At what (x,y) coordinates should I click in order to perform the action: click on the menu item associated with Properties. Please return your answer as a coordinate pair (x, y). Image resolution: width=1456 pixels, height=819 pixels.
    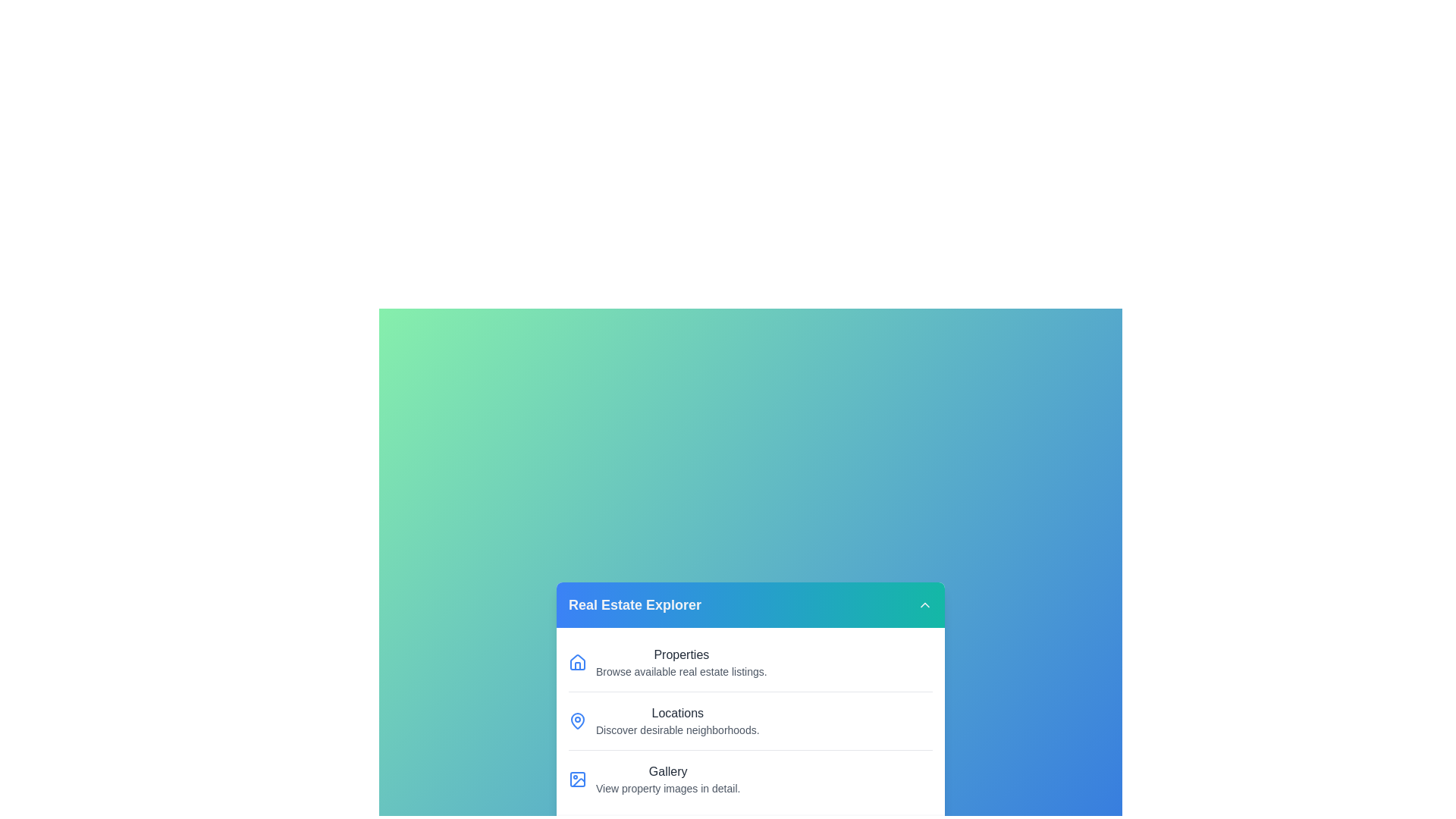
    Looking at the image, I should click on (577, 662).